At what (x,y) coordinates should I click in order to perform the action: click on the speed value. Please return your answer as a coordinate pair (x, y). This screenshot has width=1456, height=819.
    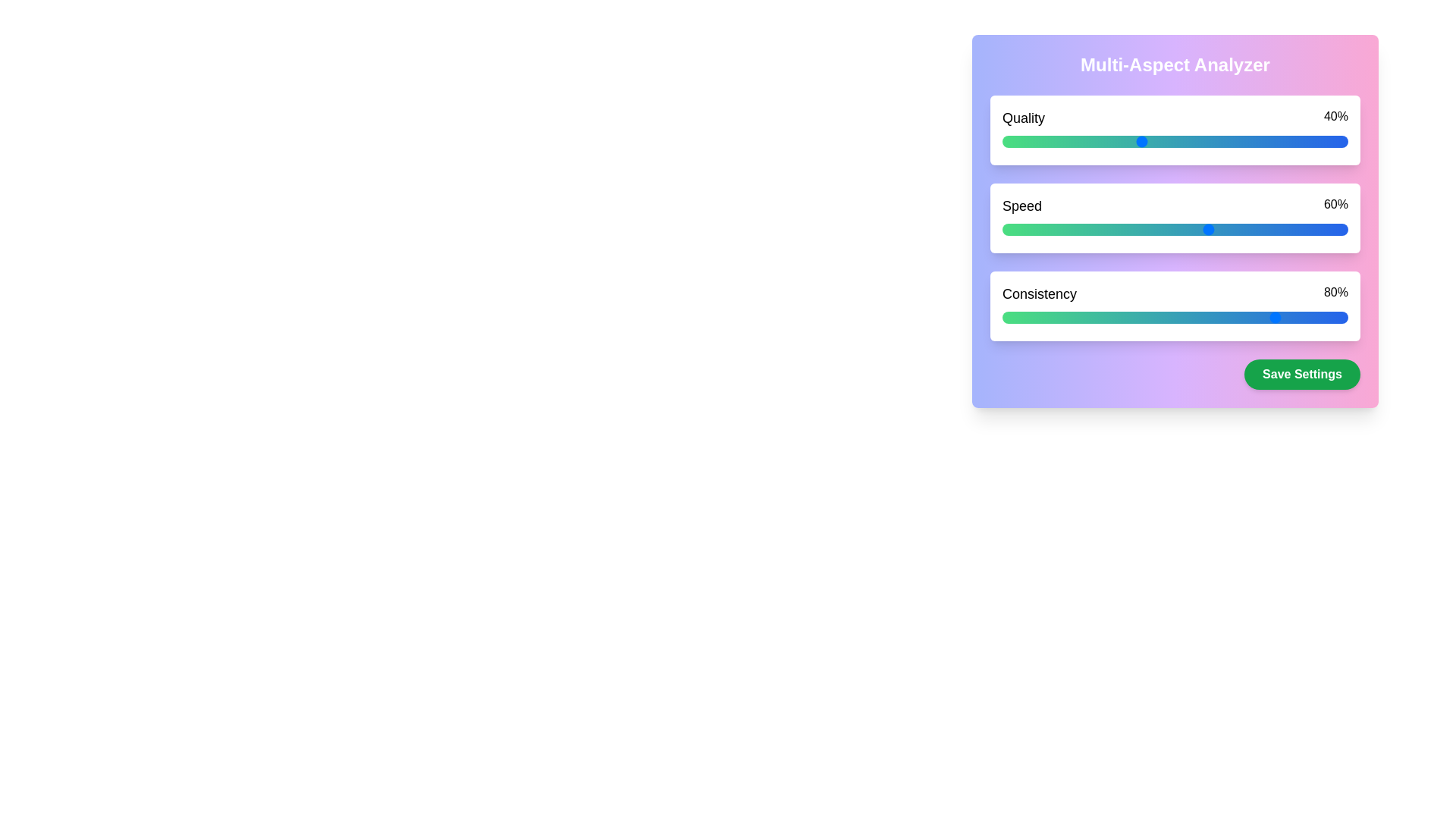
    Looking at the image, I should click on (1275, 230).